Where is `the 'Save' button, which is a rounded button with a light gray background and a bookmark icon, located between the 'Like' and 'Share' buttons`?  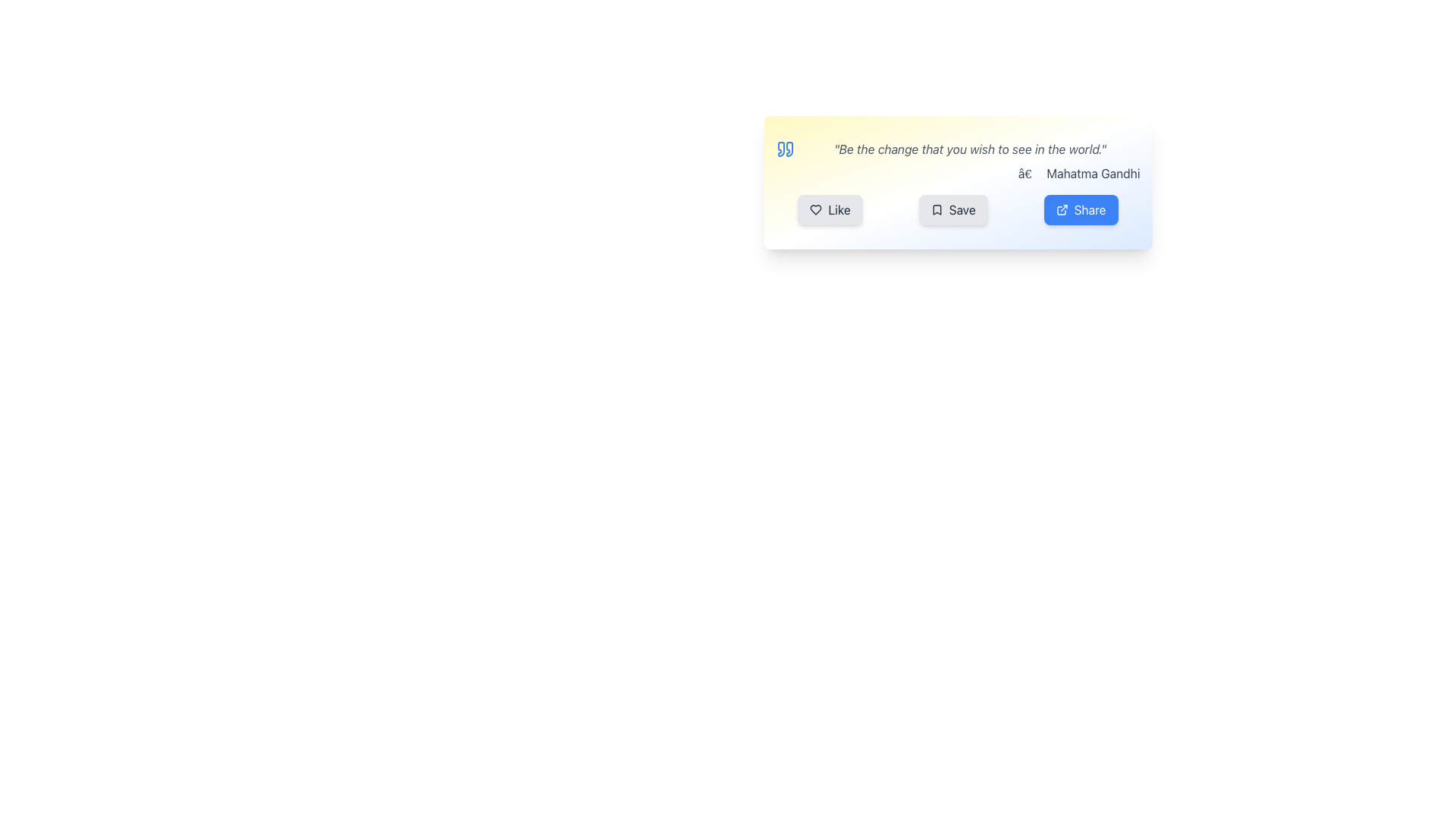
the 'Save' button, which is a rounded button with a light gray background and a bookmark icon, located between the 'Like' and 'Share' buttons is located at coordinates (952, 210).